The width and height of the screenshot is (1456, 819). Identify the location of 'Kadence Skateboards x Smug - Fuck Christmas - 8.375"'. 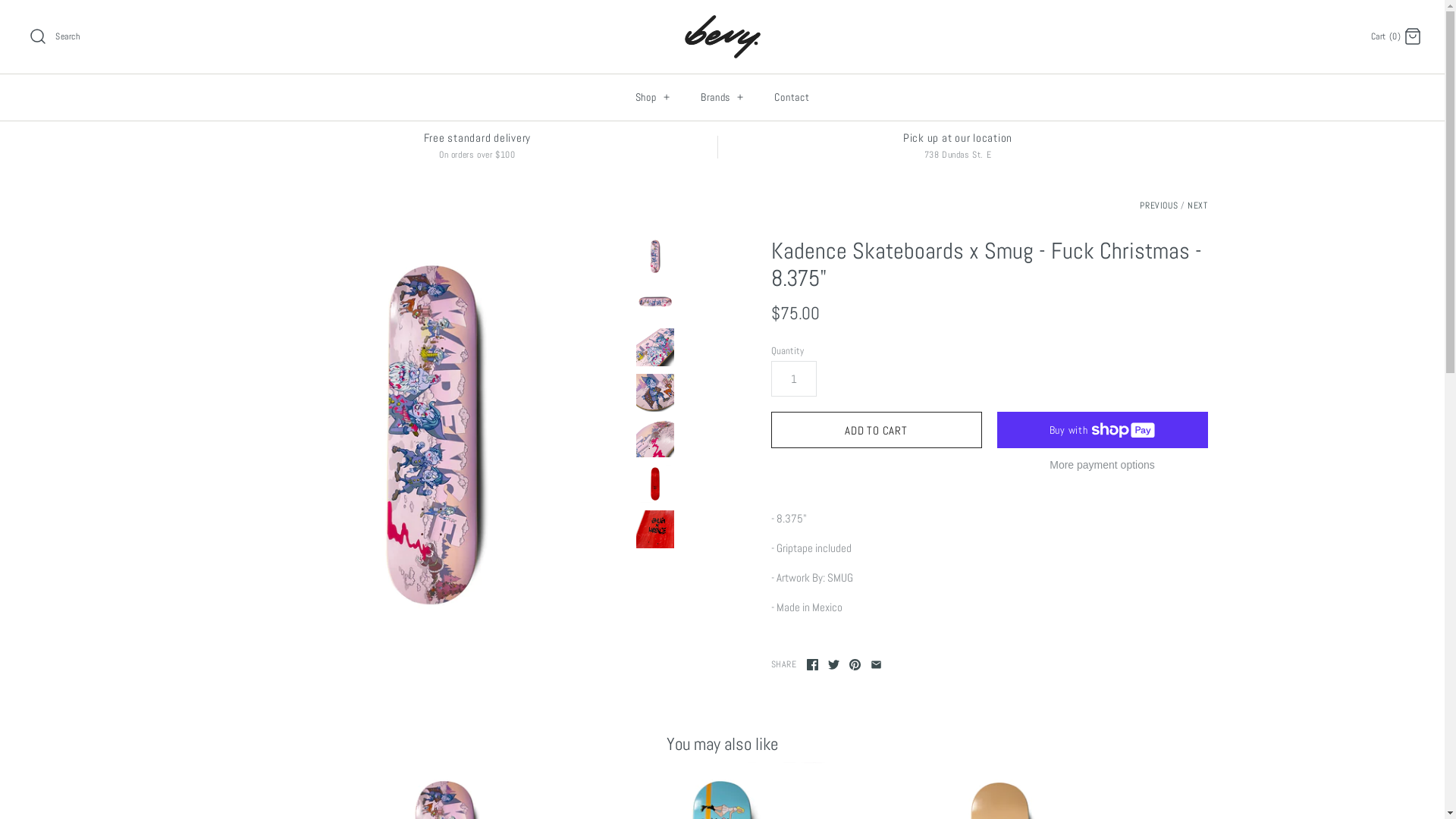
(654, 256).